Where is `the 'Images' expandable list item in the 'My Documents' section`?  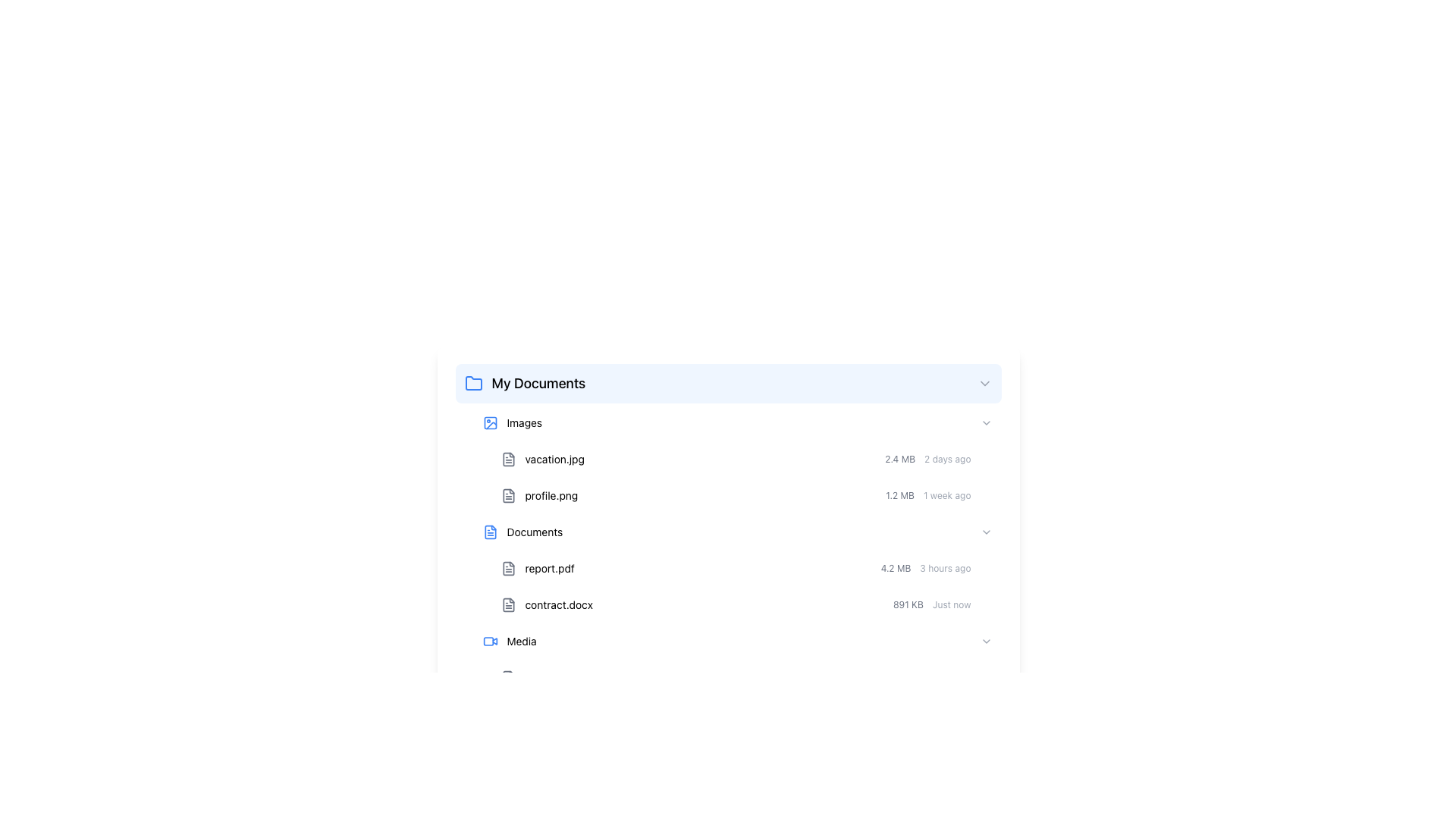 the 'Images' expandable list item in the 'My Documents' section is located at coordinates (737, 423).